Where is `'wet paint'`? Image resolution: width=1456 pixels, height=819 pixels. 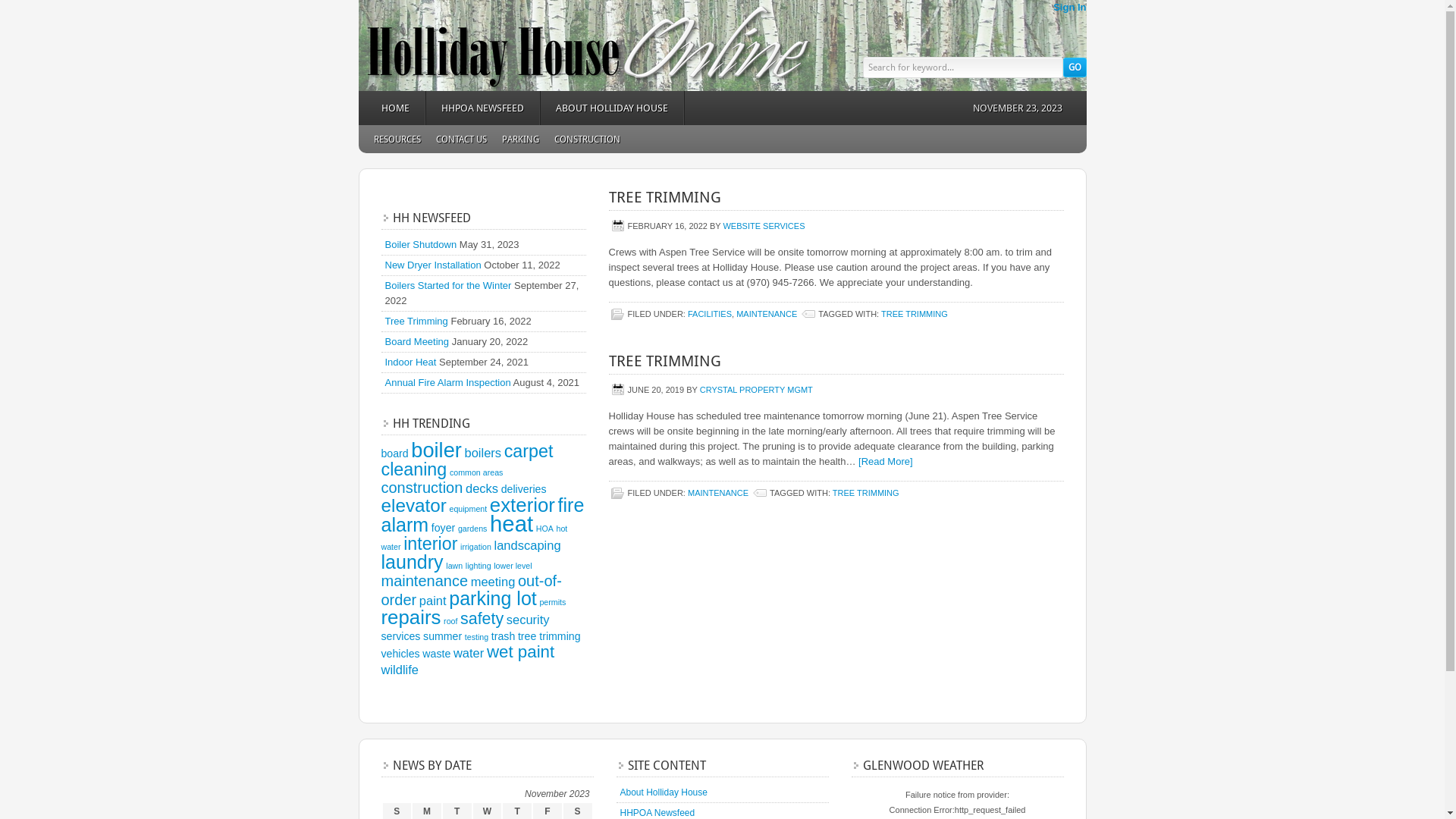 'wet paint' is located at coordinates (520, 651).